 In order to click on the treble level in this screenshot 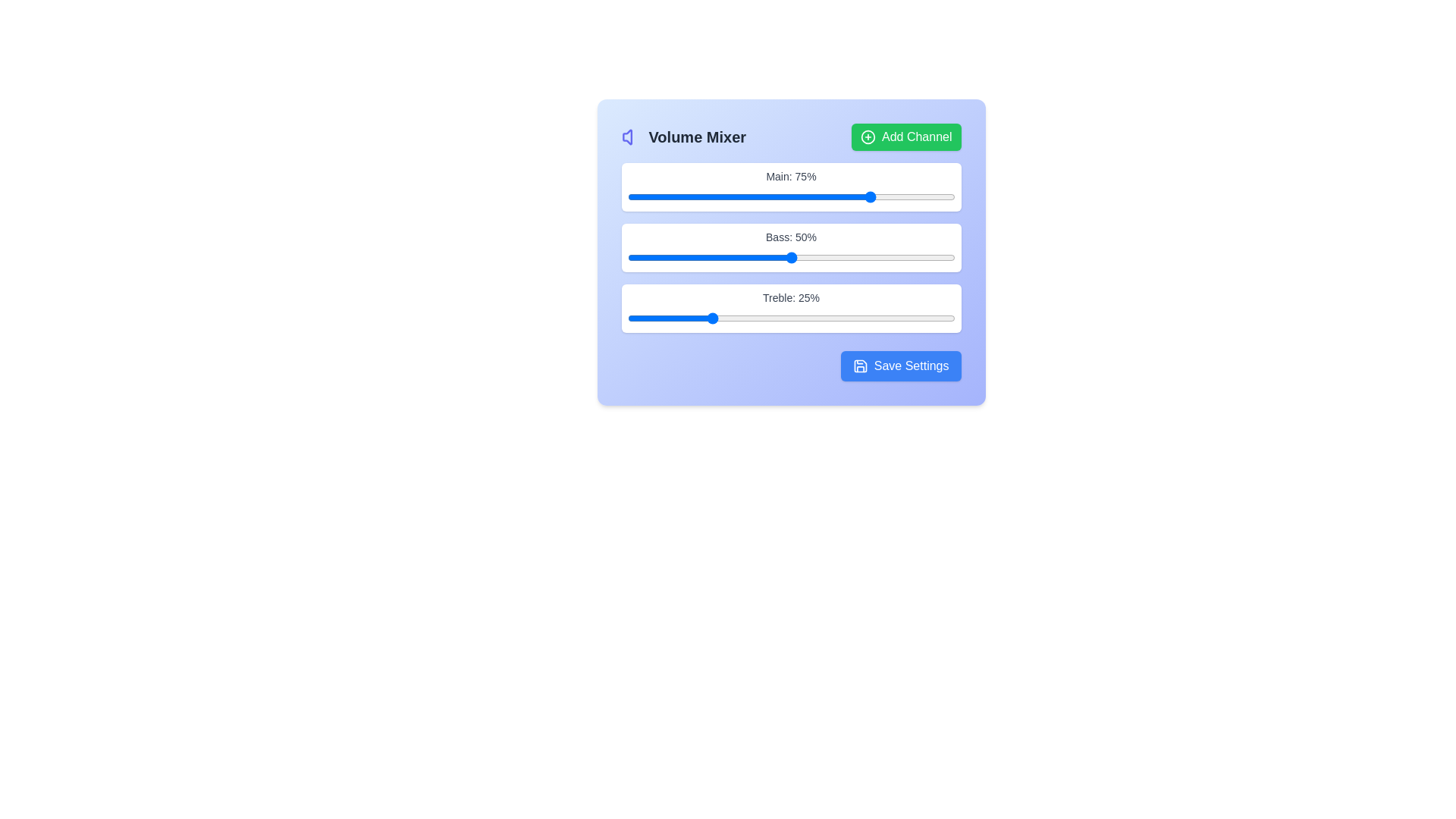, I will do `click(764, 318)`.